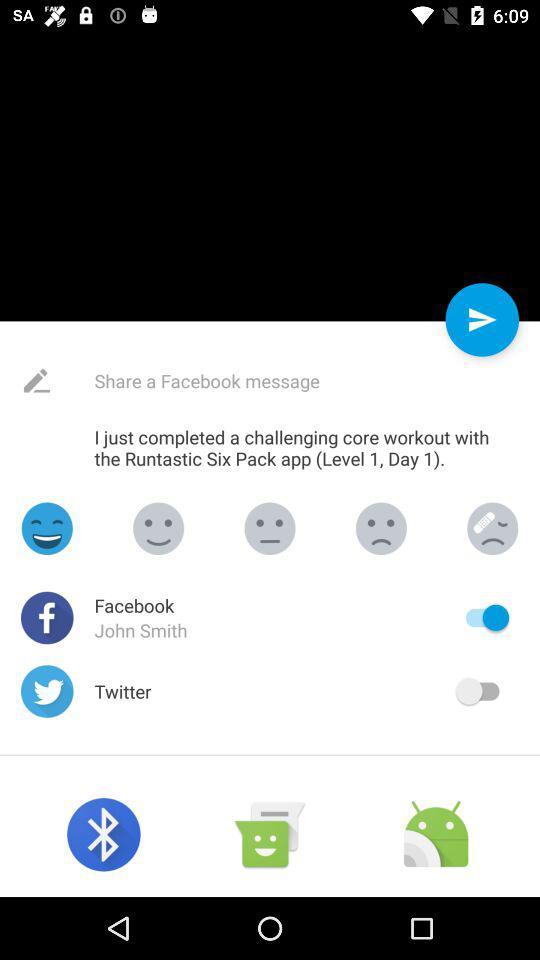 The image size is (540, 960). I want to click on insert sadness emoticon, so click(381, 527).